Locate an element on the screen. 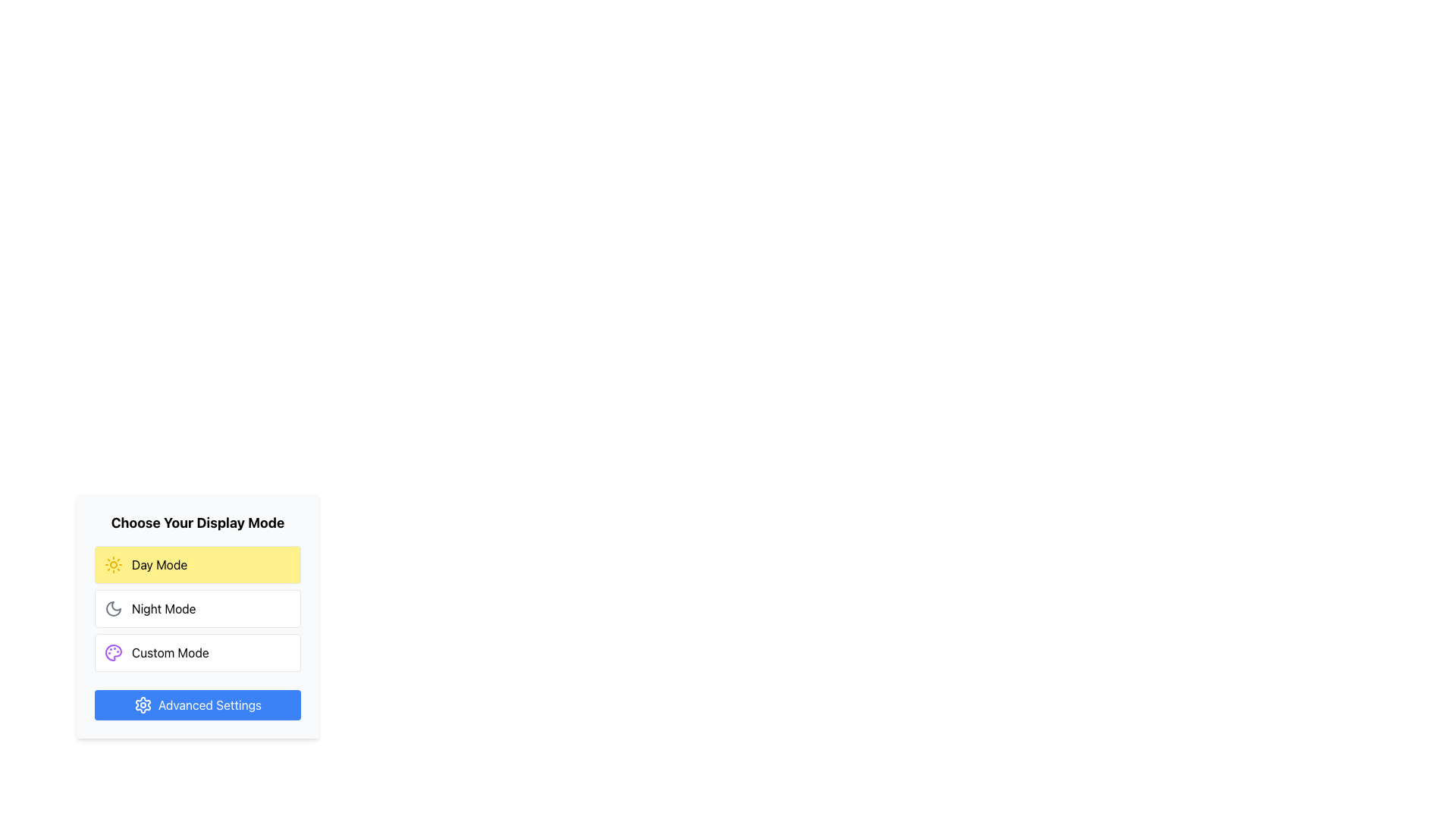 The height and width of the screenshot is (819, 1456). the circular sun icon located within the 'Day Mode' button, which is positioned near the top of the display mode selection interface is located at coordinates (112, 564).